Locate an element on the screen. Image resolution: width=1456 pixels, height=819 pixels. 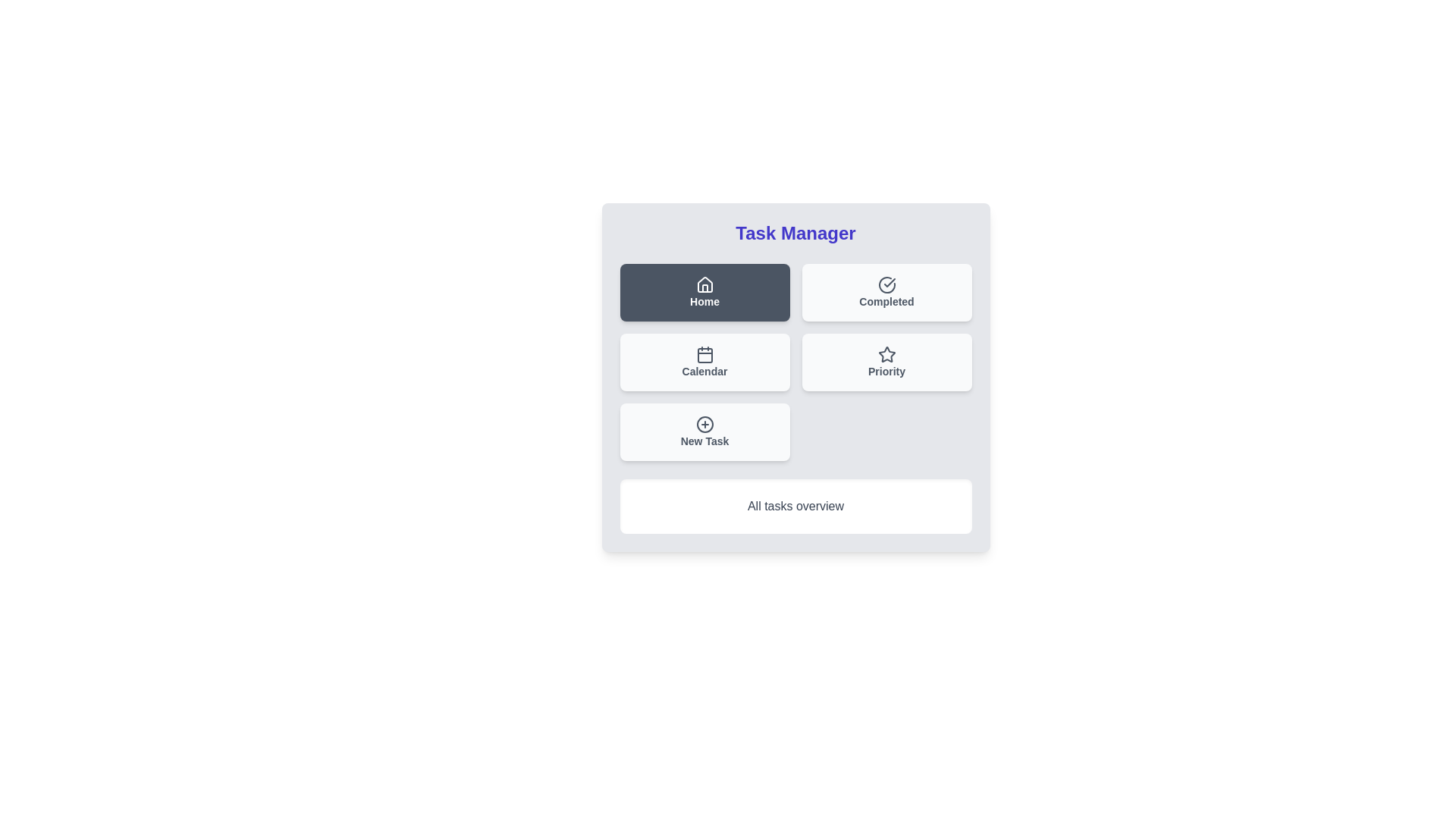
the filled rectangular section of the calendar icon located under the label 'Calendar' is located at coordinates (704, 356).